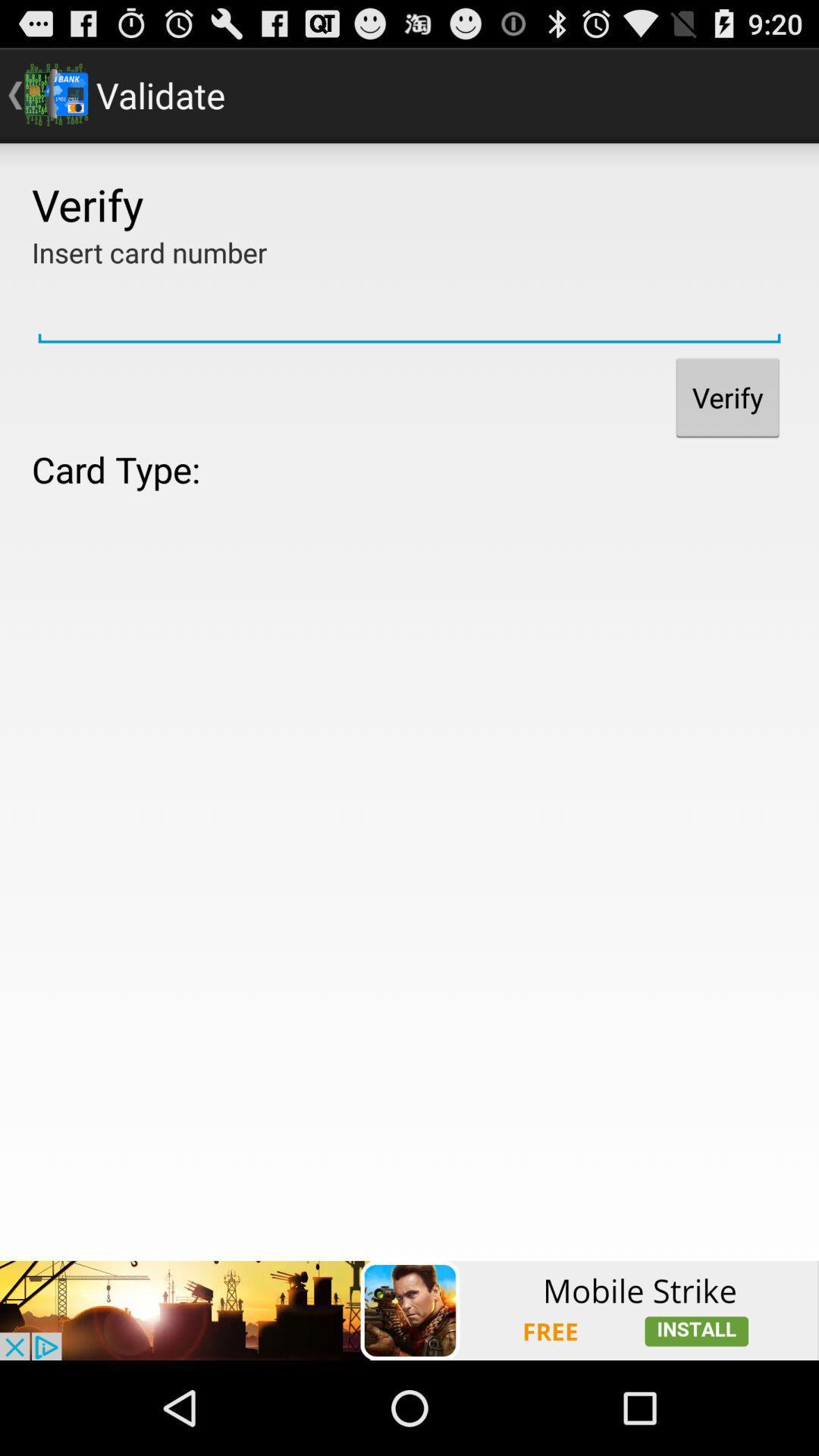 The width and height of the screenshot is (819, 1456). Describe the element at coordinates (409, 1310) in the screenshot. I see `show advertisement` at that location.